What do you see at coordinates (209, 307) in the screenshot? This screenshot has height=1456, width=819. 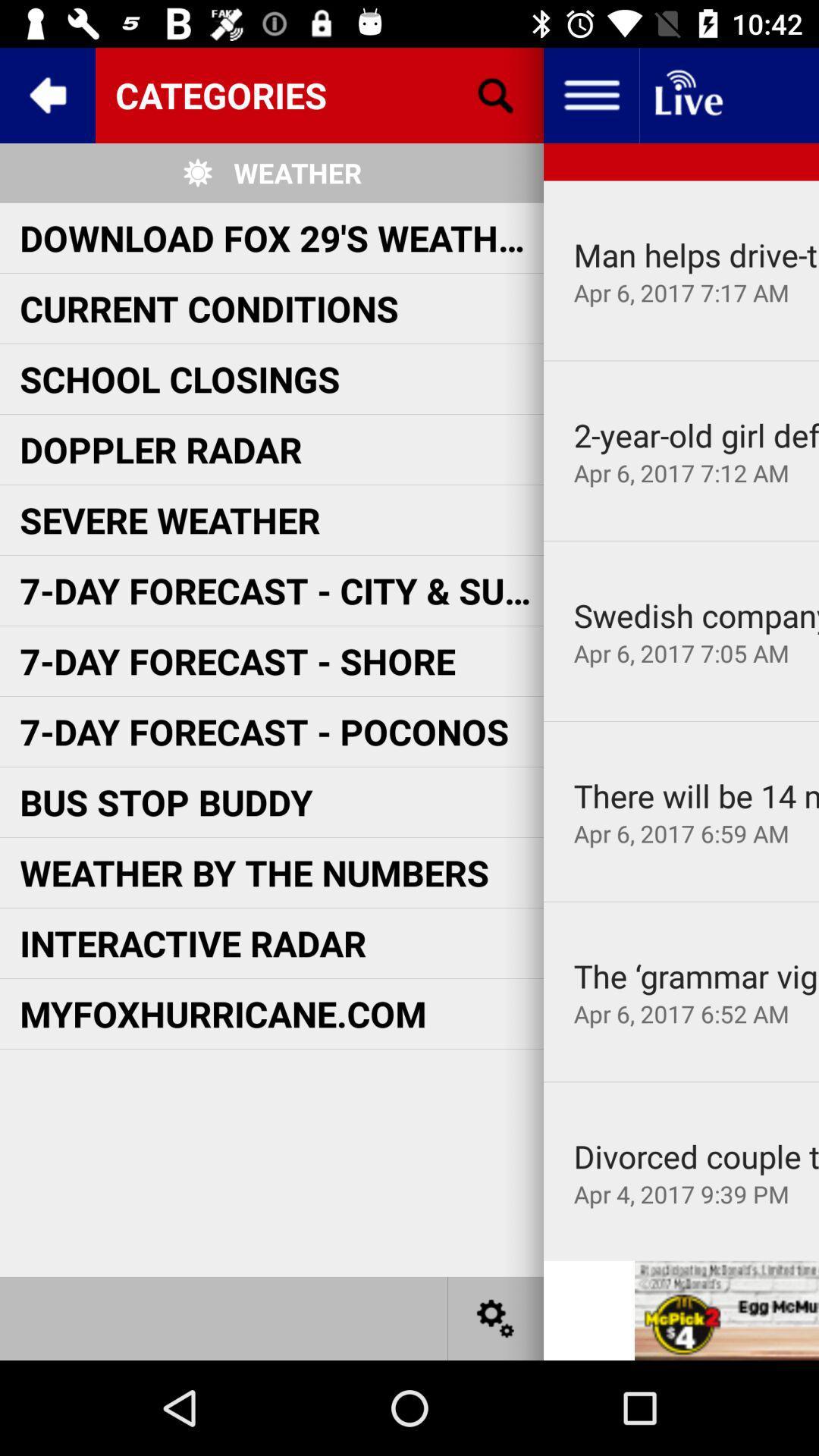 I see `the icon below download fox 29 item` at bounding box center [209, 307].